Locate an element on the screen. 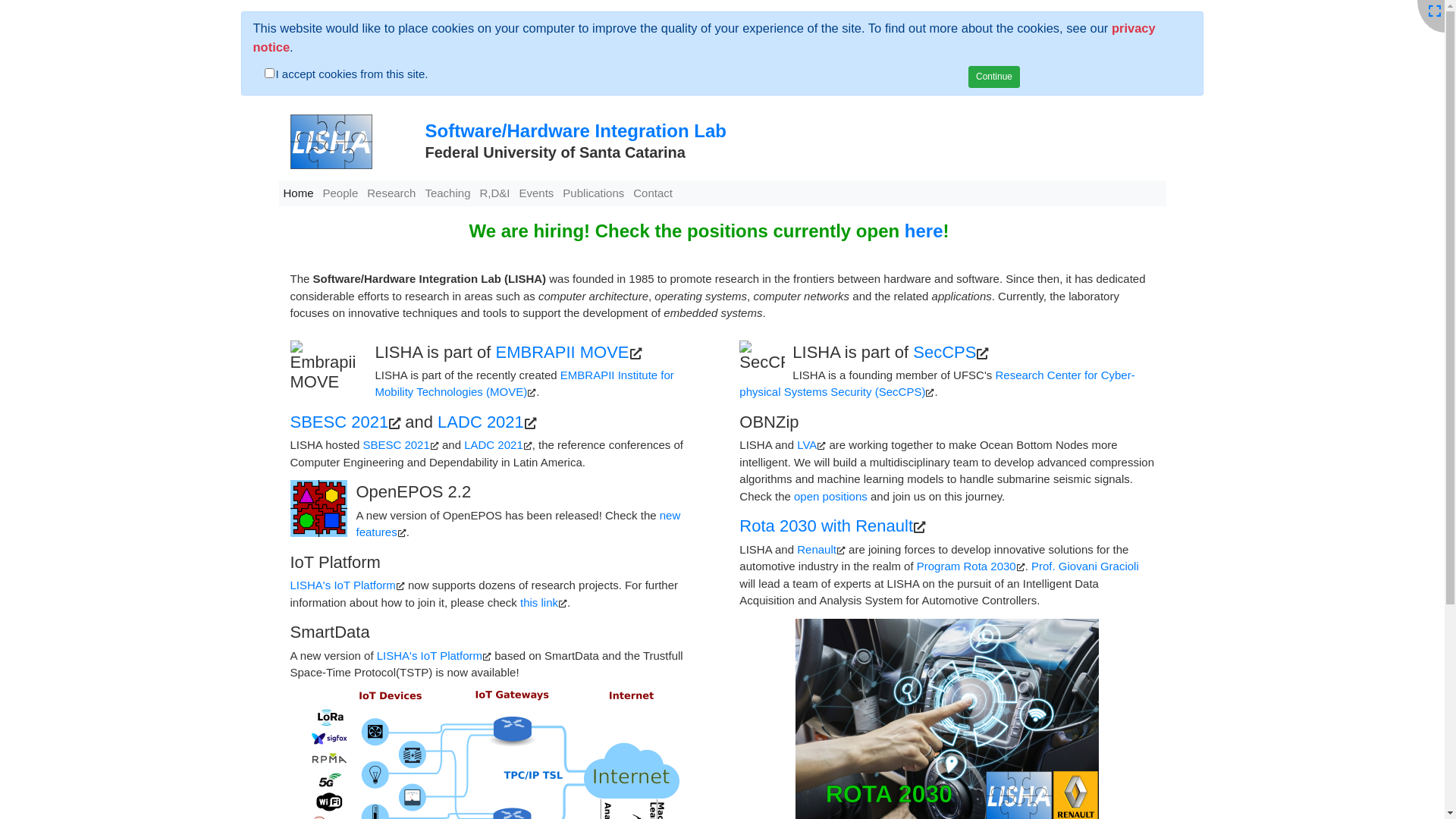  'this link' is located at coordinates (538, 601).